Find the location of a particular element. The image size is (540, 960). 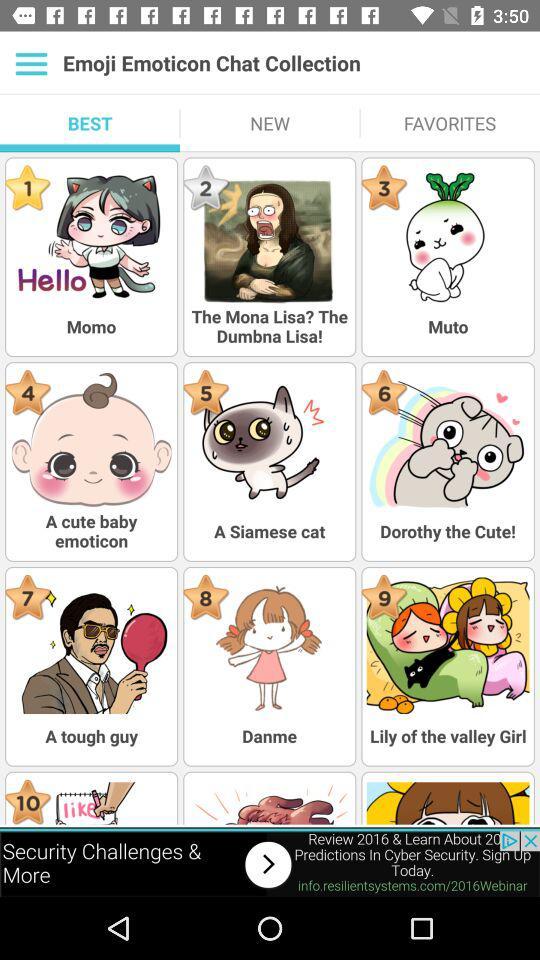

open menu is located at coordinates (30, 63).